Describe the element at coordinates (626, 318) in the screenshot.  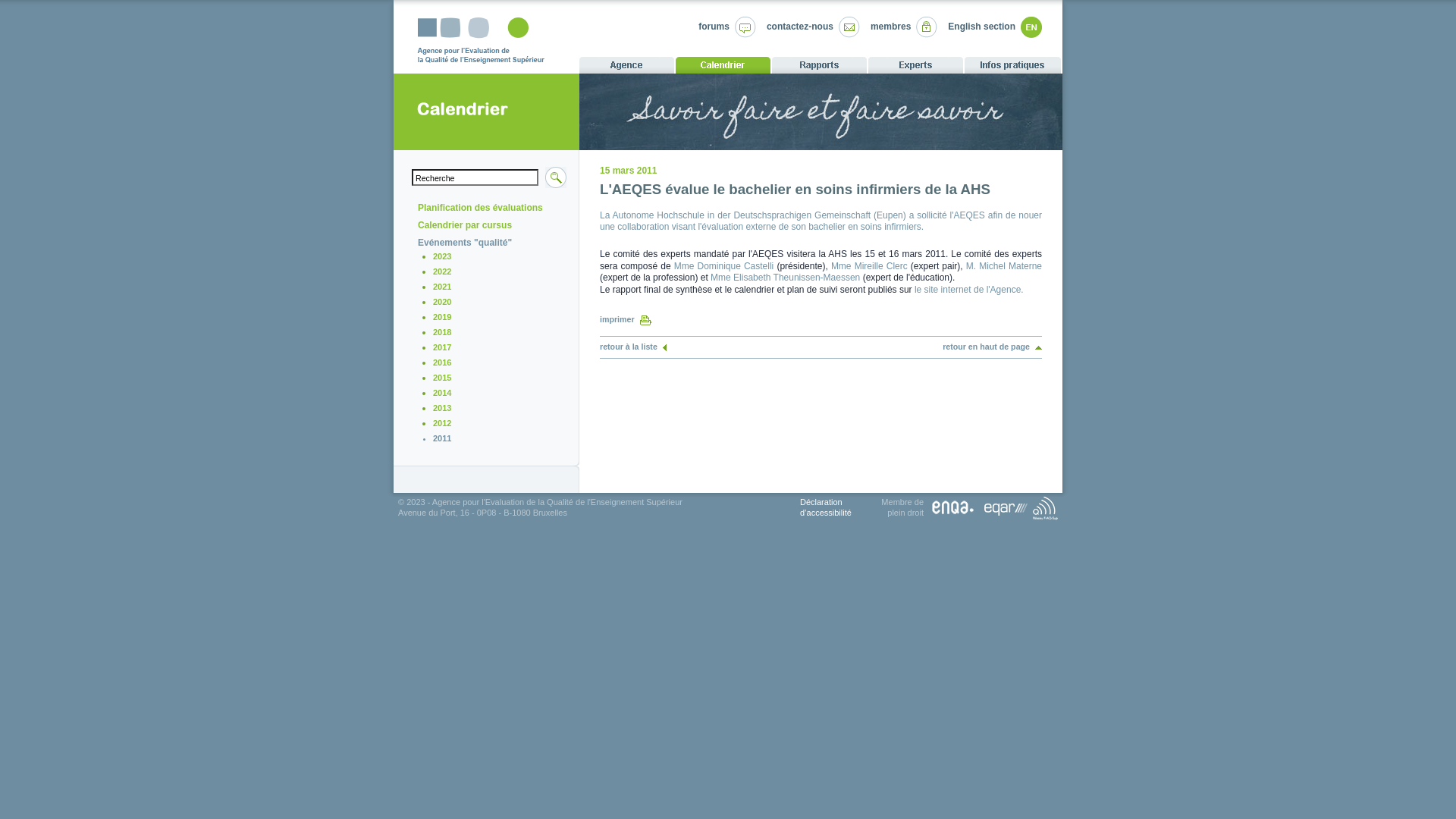
I see `'imprimer'` at that location.